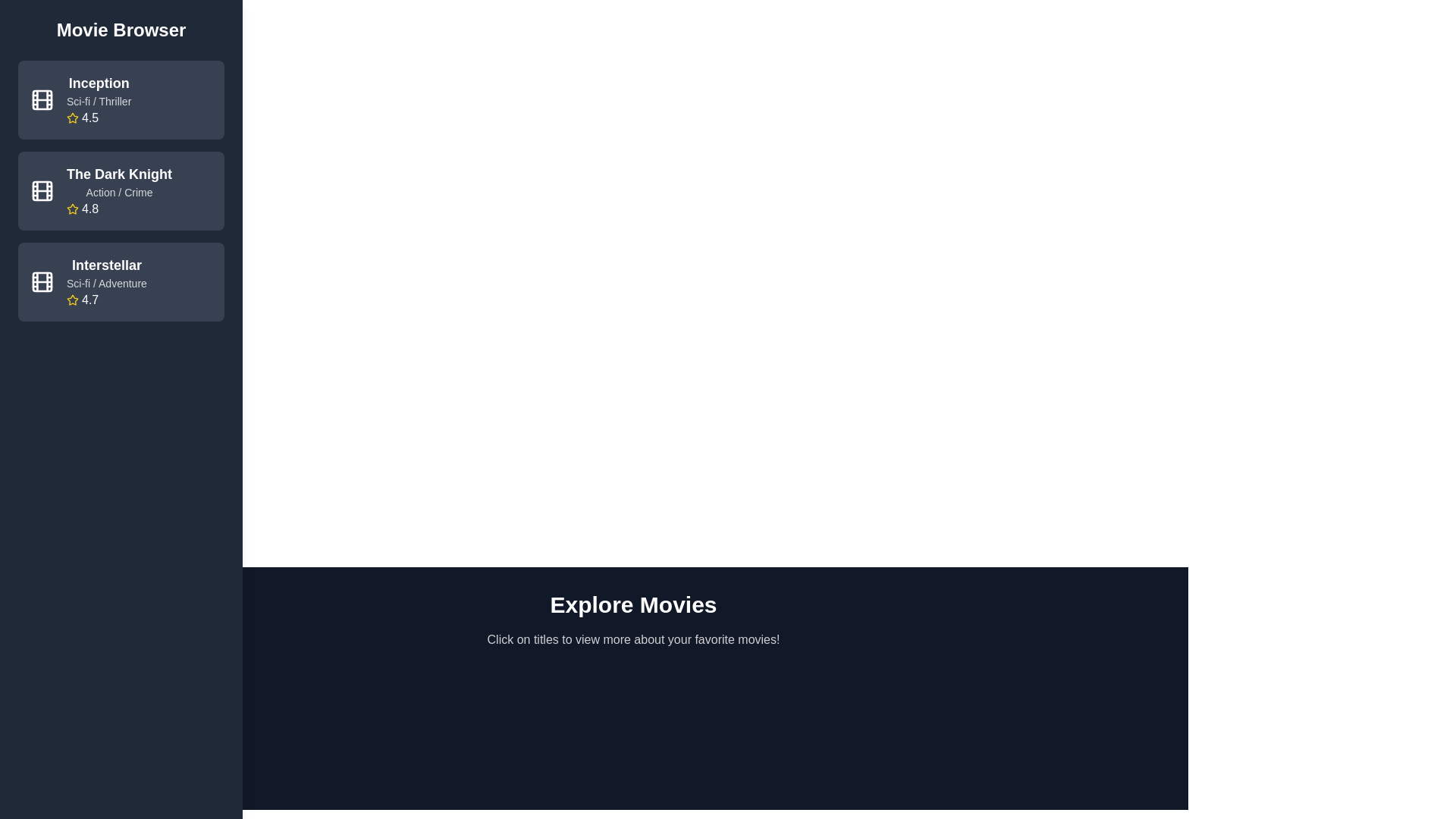  What do you see at coordinates (120, 281) in the screenshot?
I see `the movie titled 'Interstellar' to view its details` at bounding box center [120, 281].